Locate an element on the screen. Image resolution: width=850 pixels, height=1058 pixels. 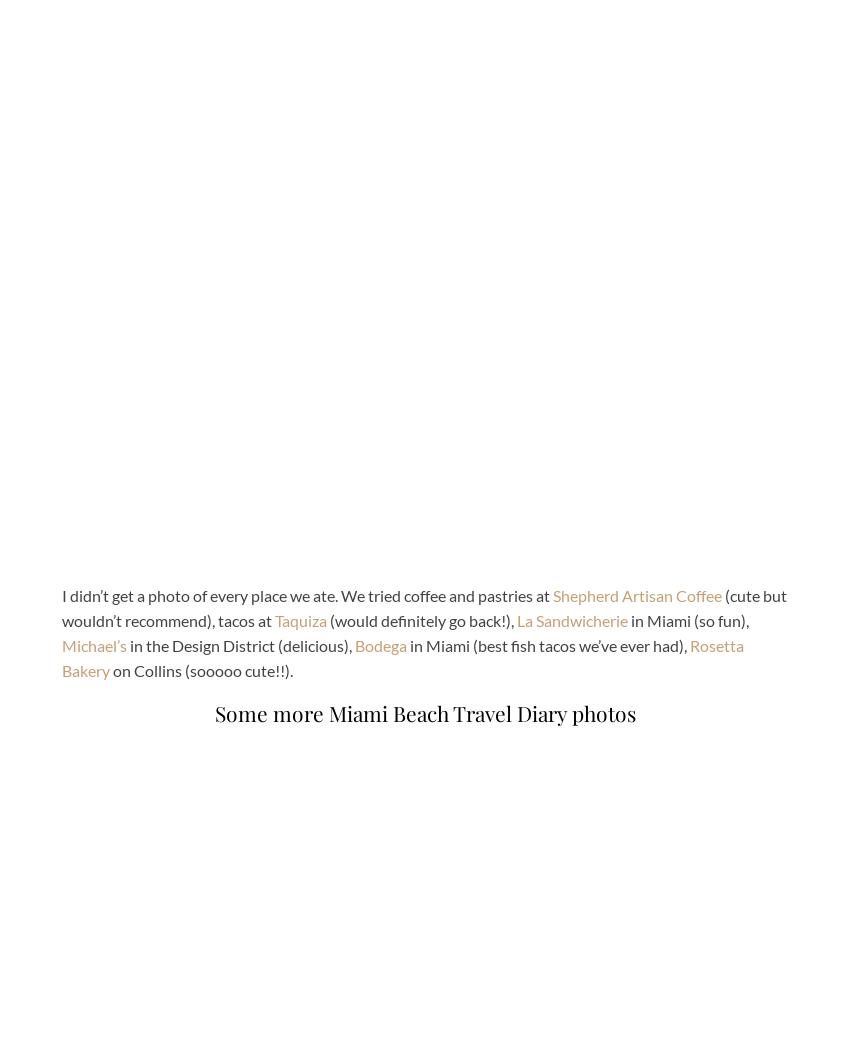
'(would definitely go back!),' is located at coordinates (422, 619).